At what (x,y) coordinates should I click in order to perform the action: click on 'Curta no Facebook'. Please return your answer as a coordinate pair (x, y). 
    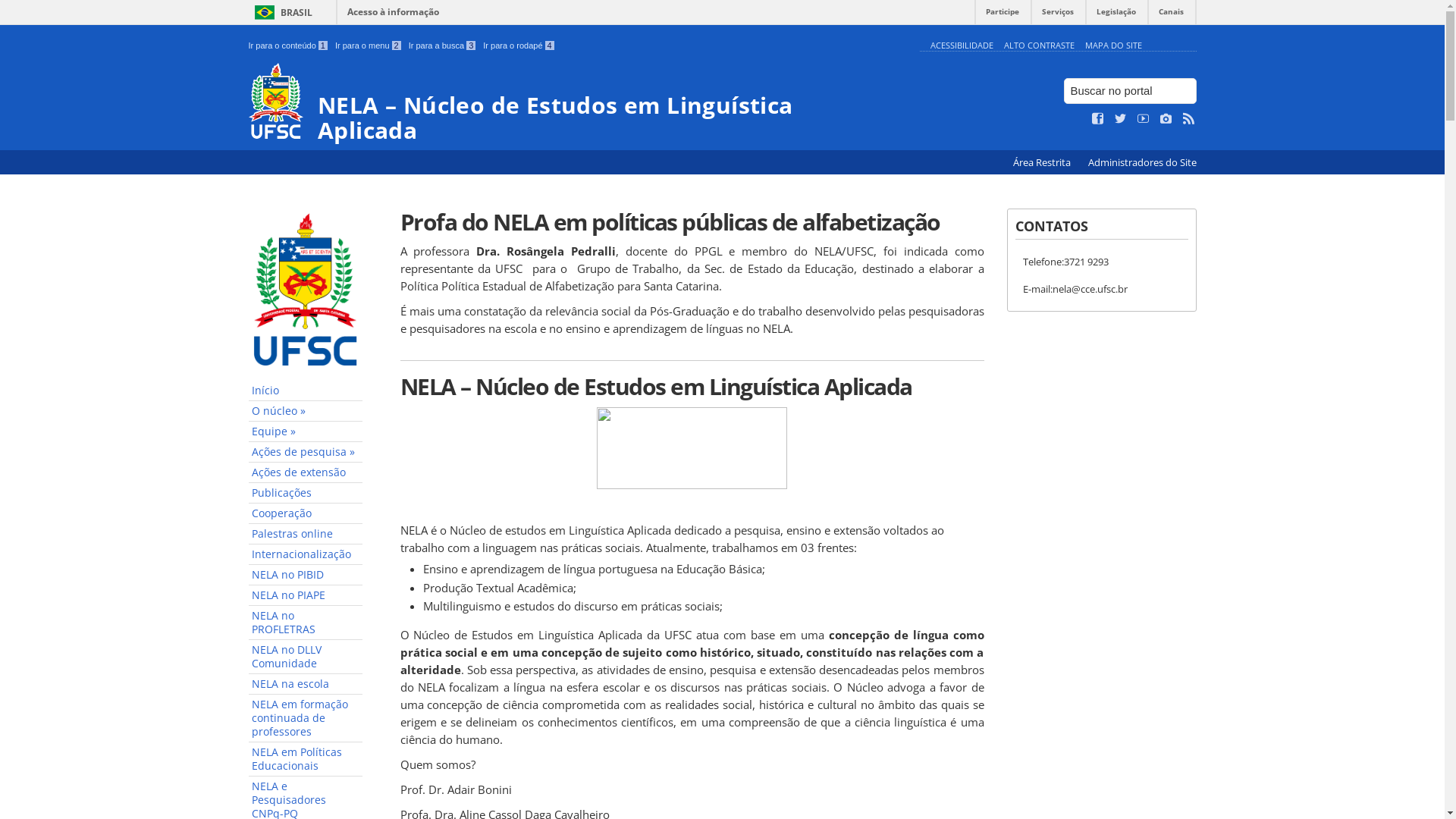
    Looking at the image, I should click on (1098, 118).